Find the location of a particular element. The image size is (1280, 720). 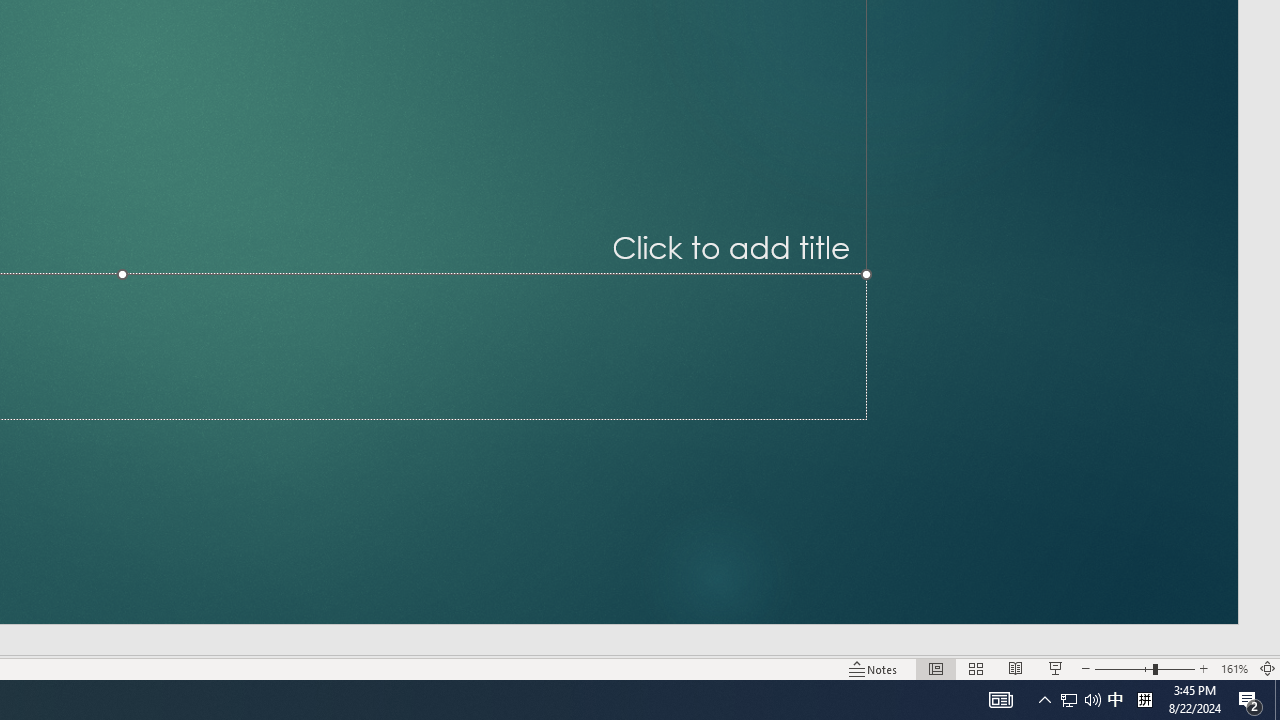

'Reading View' is located at coordinates (1015, 669).